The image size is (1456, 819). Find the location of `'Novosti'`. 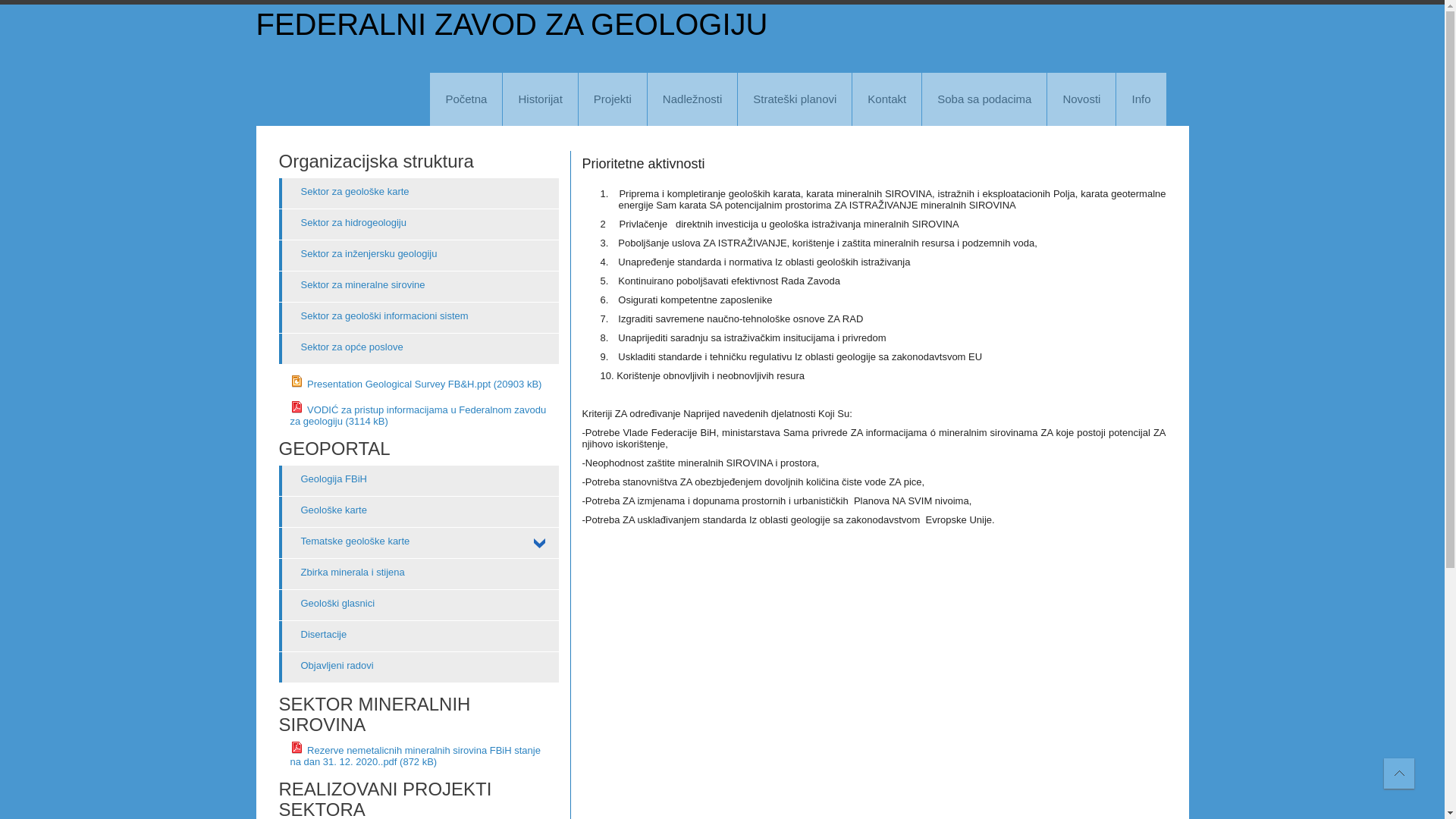

'Novosti' is located at coordinates (1080, 99).